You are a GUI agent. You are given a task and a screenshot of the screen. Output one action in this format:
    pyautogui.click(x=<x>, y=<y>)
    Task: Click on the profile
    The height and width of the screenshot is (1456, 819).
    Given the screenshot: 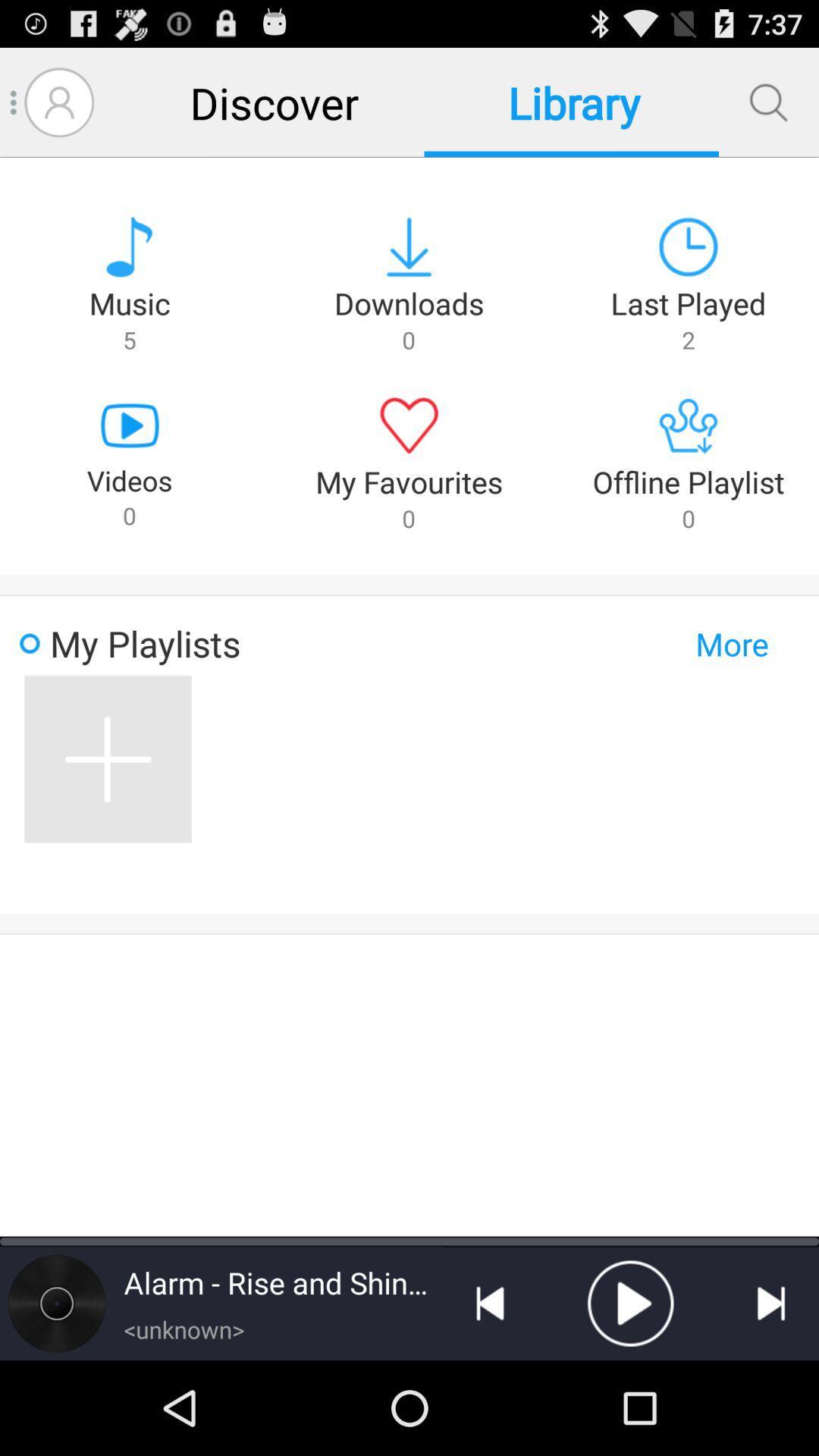 What is the action you would take?
    pyautogui.click(x=58, y=102)
    